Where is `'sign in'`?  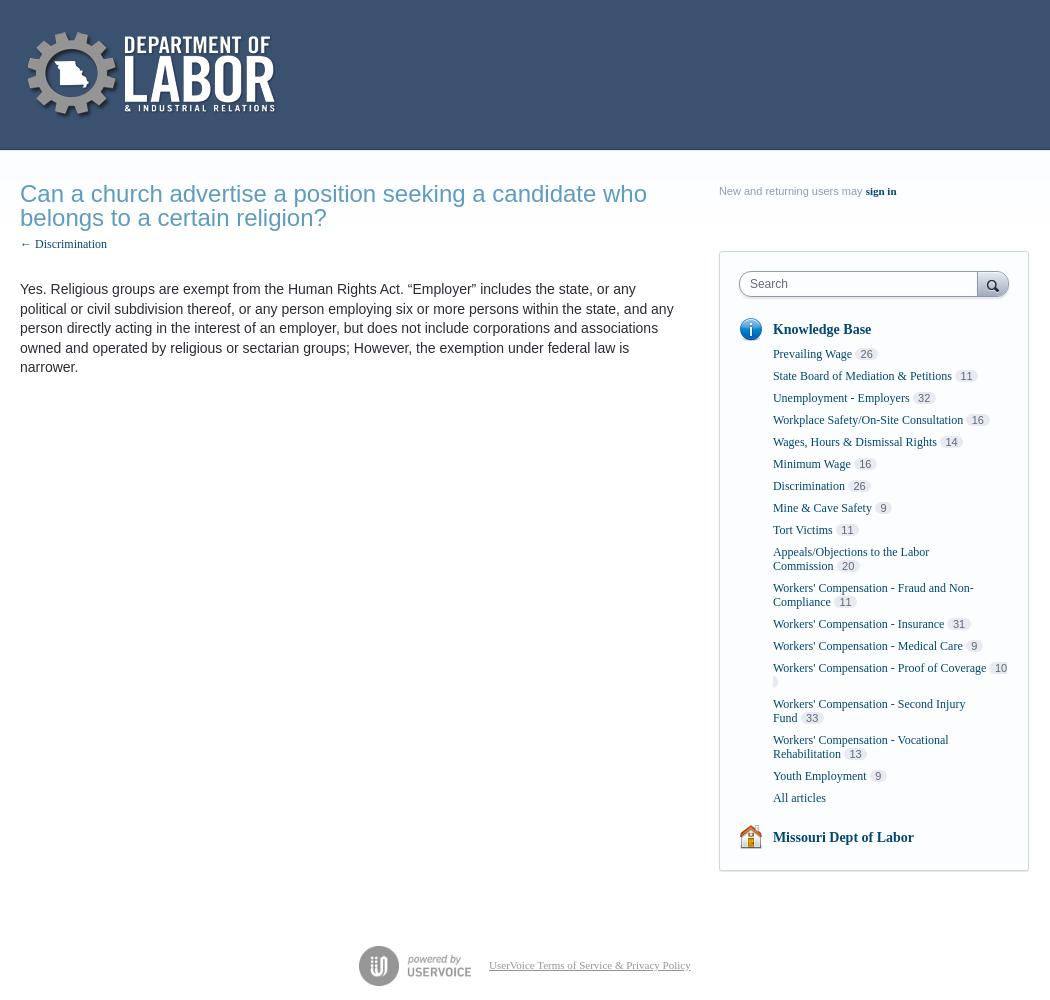 'sign in' is located at coordinates (879, 190).